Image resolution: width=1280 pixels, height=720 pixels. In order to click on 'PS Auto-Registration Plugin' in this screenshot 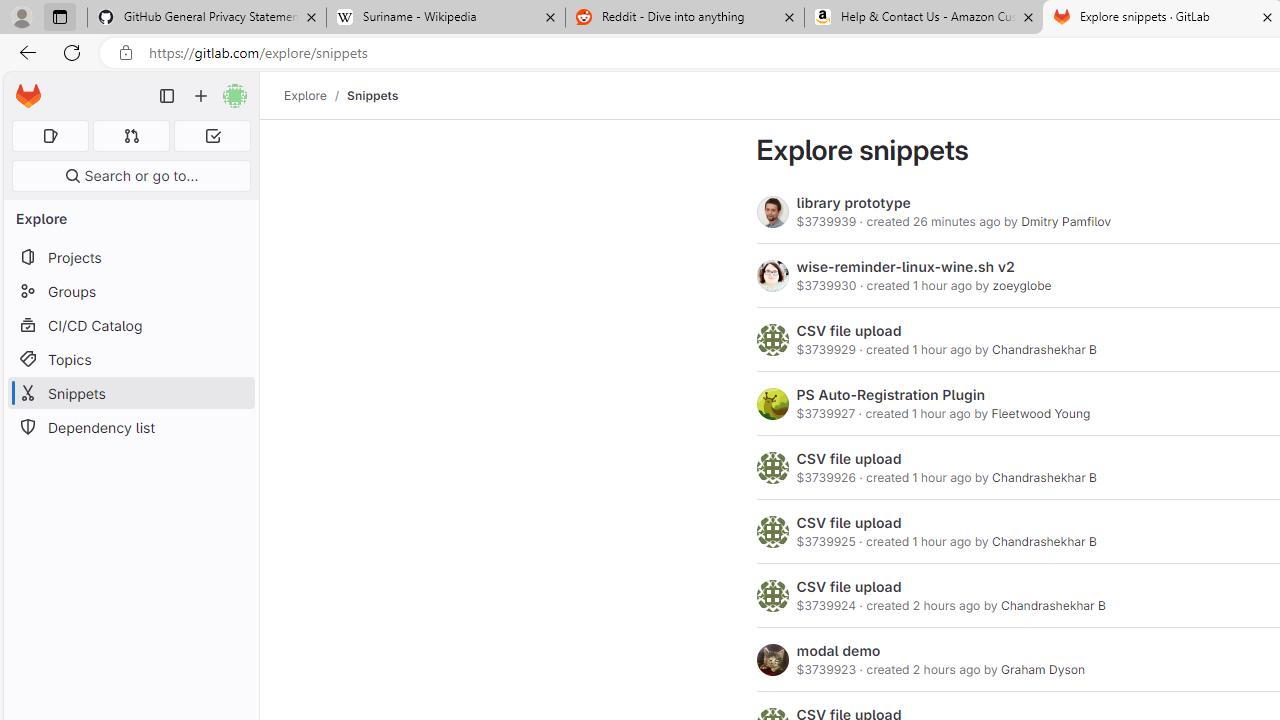, I will do `click(889, 394)`.